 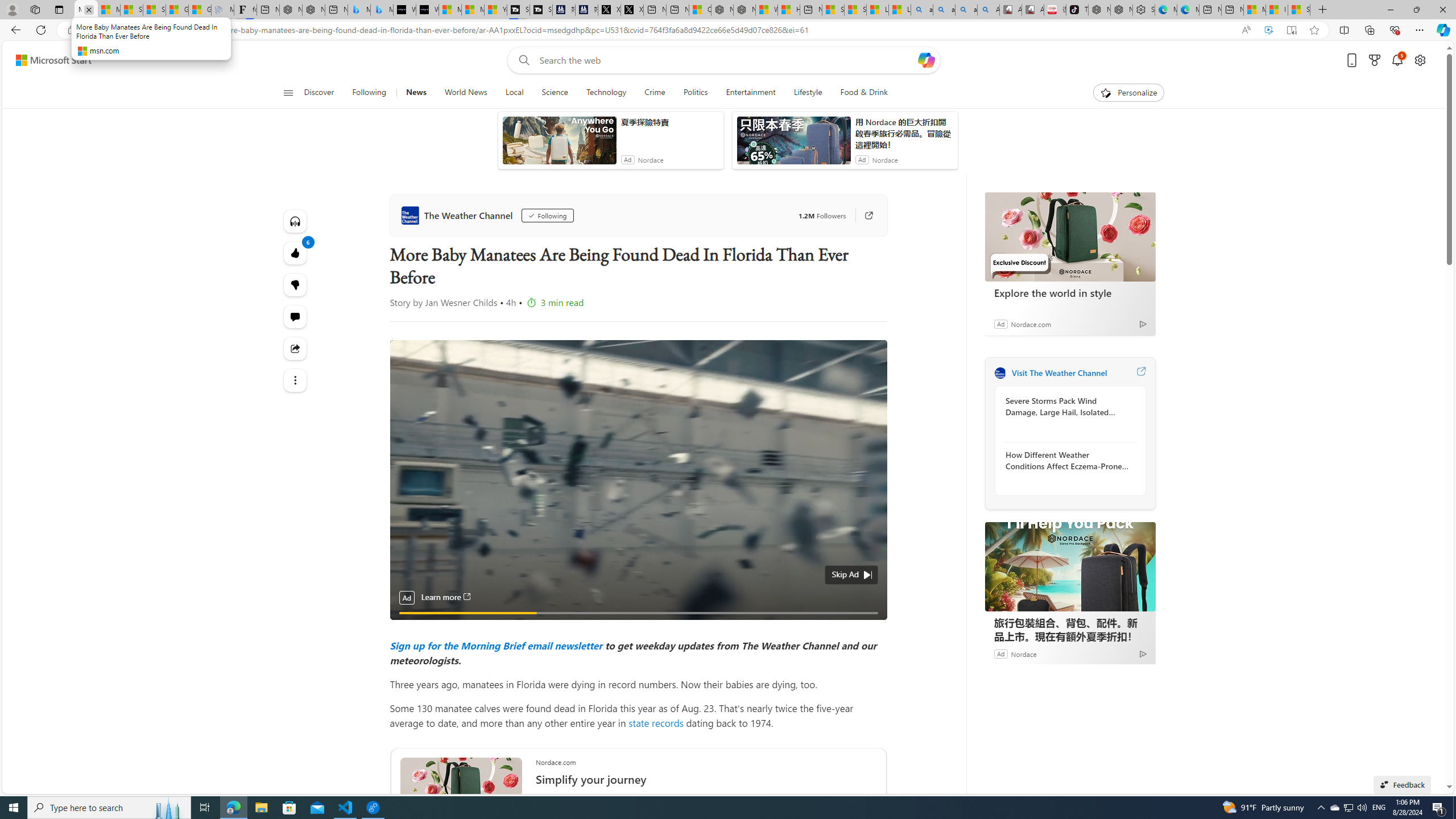 What do you see at coordinates (1268, 30) in the screenshot?
I see `'Enhance video'` at bounding box center [1268, 30].